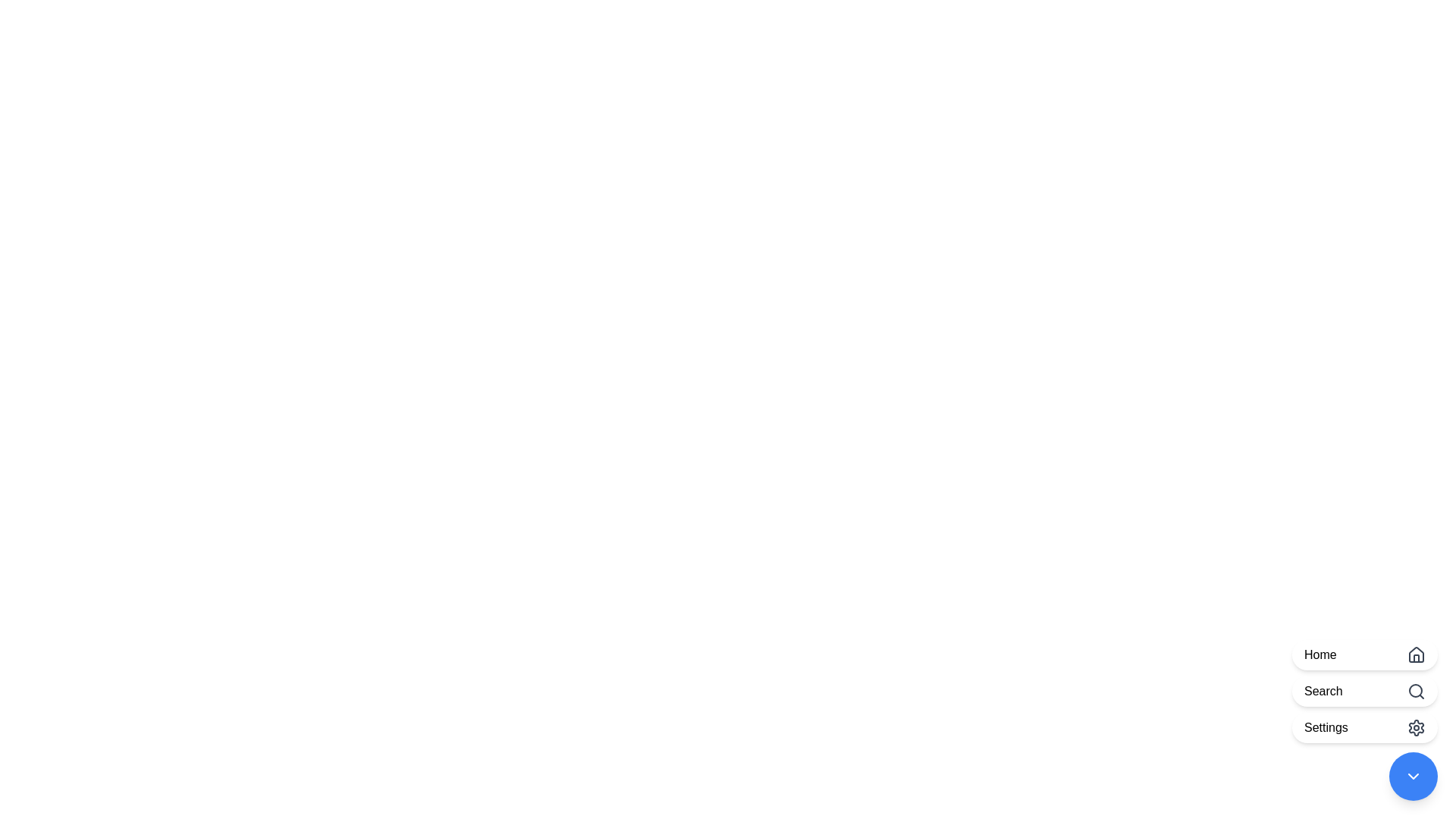 The height and width of the screenshot is (819, 1456). What do you see at coordinates (1325, 727) in the screenshot?
I see `the 'Settings' button, which is the text label displaying 'Settings' in black text on a white background, located in the vertical menu layout near the lower-right corner of the interface` at bounding box center [1325, 727].